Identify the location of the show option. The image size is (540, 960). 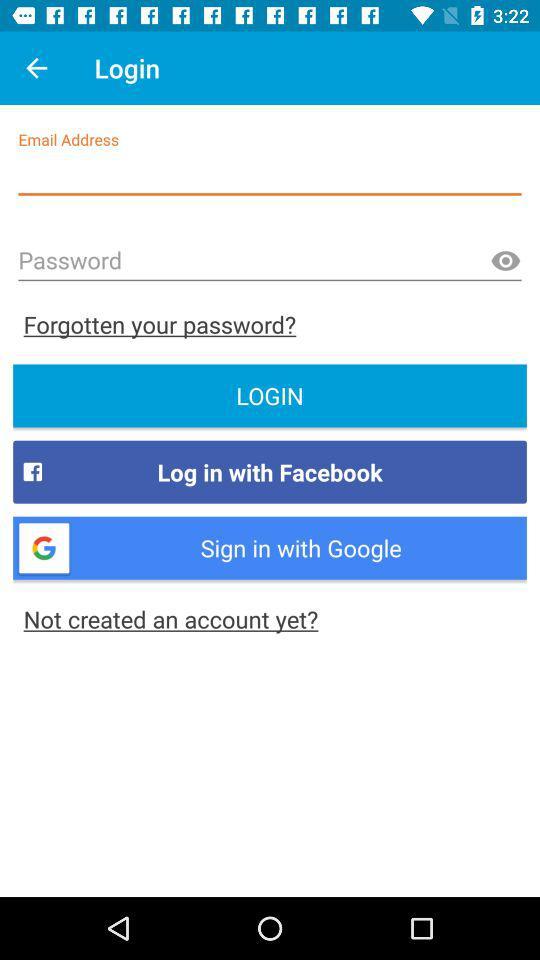
(504, 260).